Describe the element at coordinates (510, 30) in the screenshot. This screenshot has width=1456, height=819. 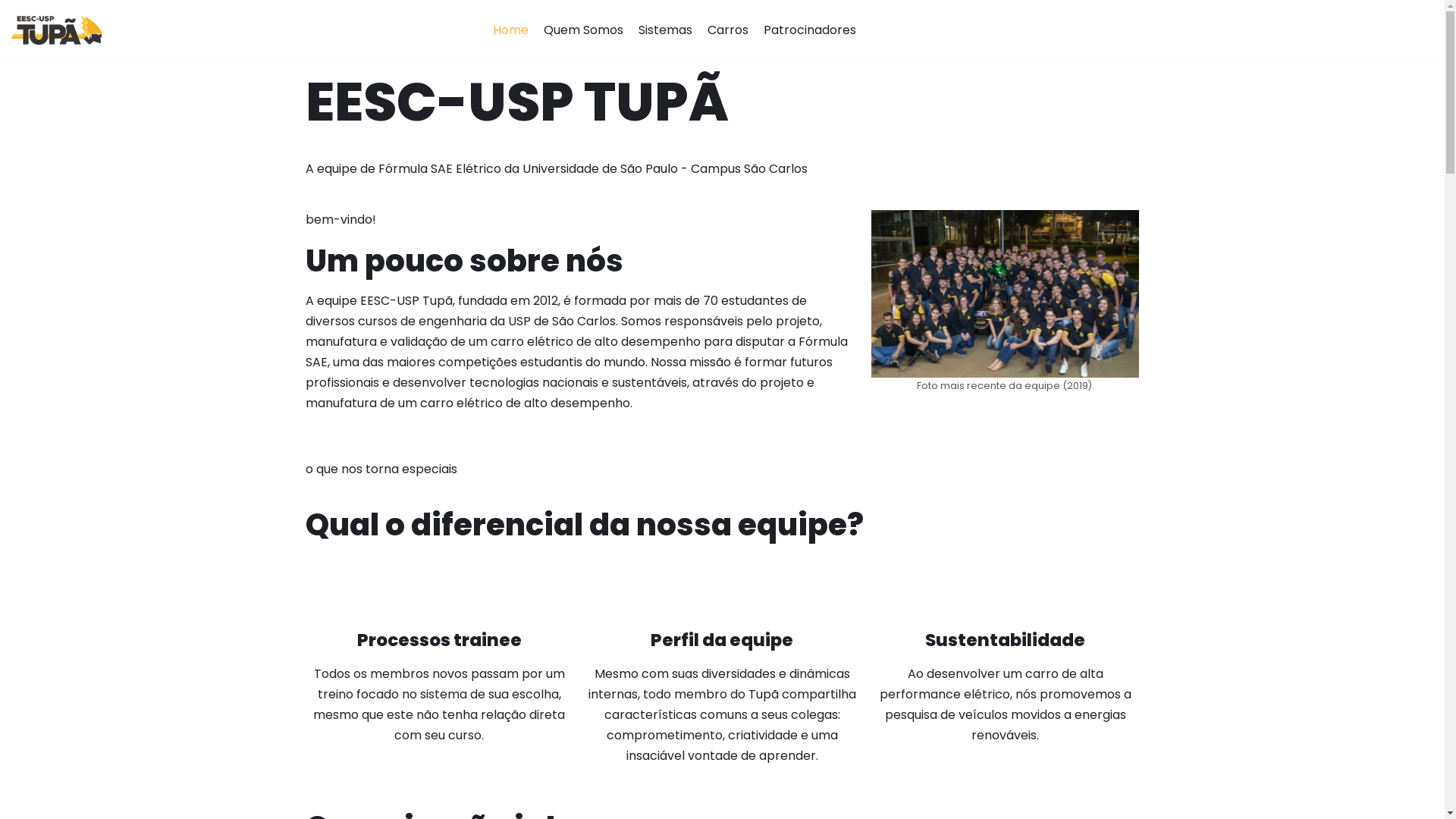
I see `'Home'` at that location.